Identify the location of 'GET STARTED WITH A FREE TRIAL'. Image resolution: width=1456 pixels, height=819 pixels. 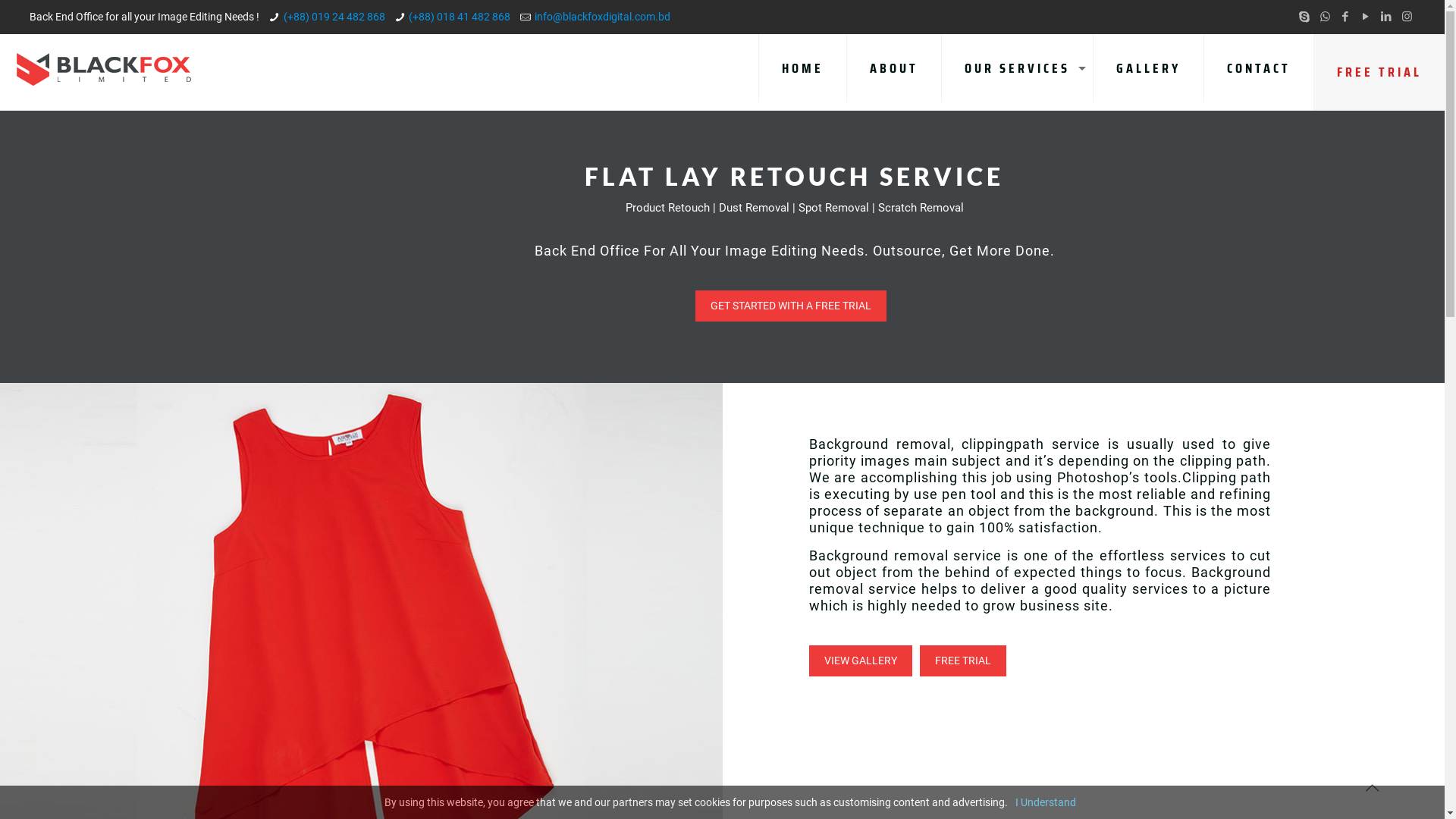
(789, 306).